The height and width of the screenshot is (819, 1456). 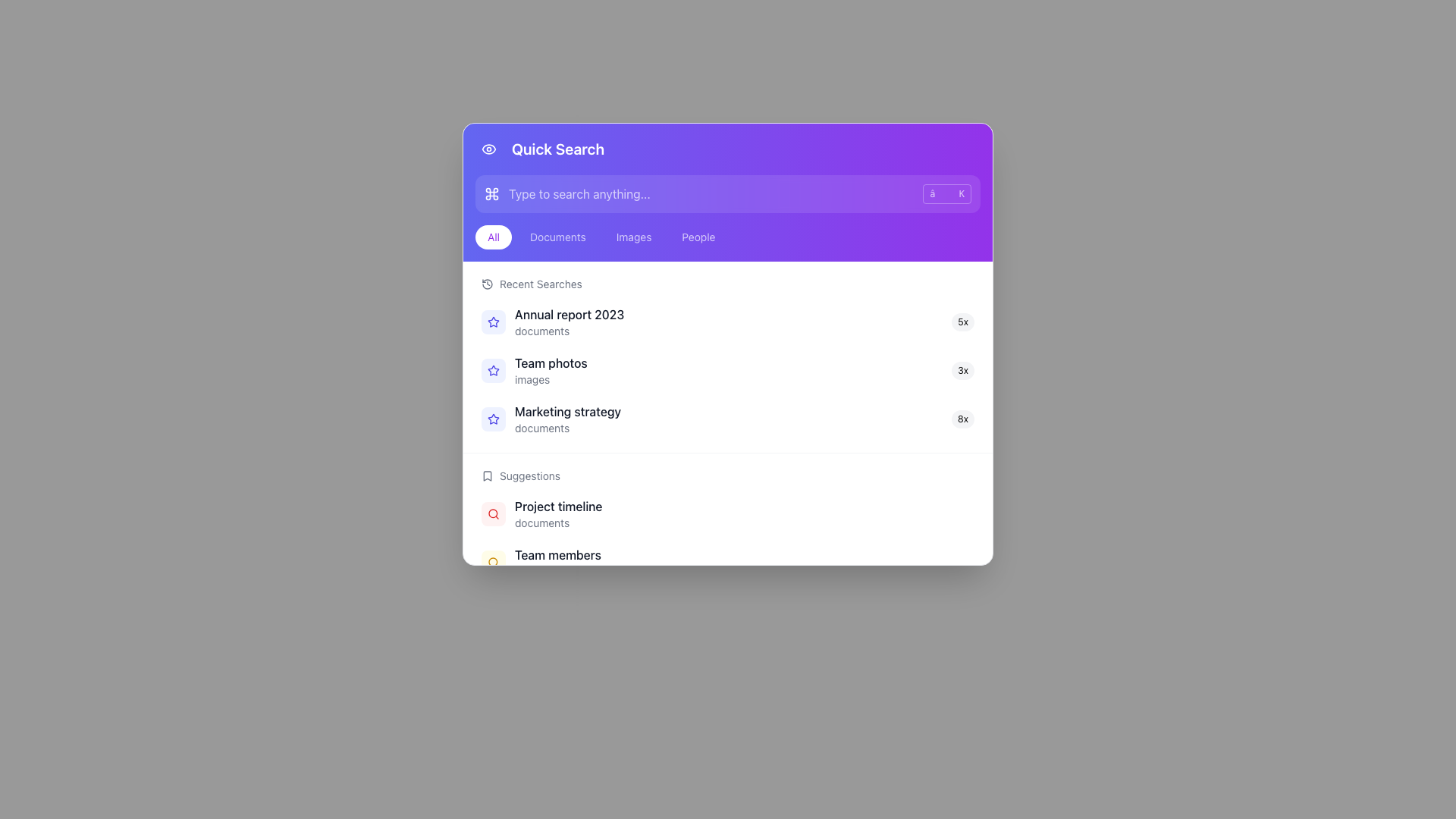 I want to click on the badge/label that indicates the interaction count of 8 for the 'Marketing strategy' entry, located at the far right of the 'Marketing strategy documents' row under 'Recent Searches', so click(x=962, y=419).